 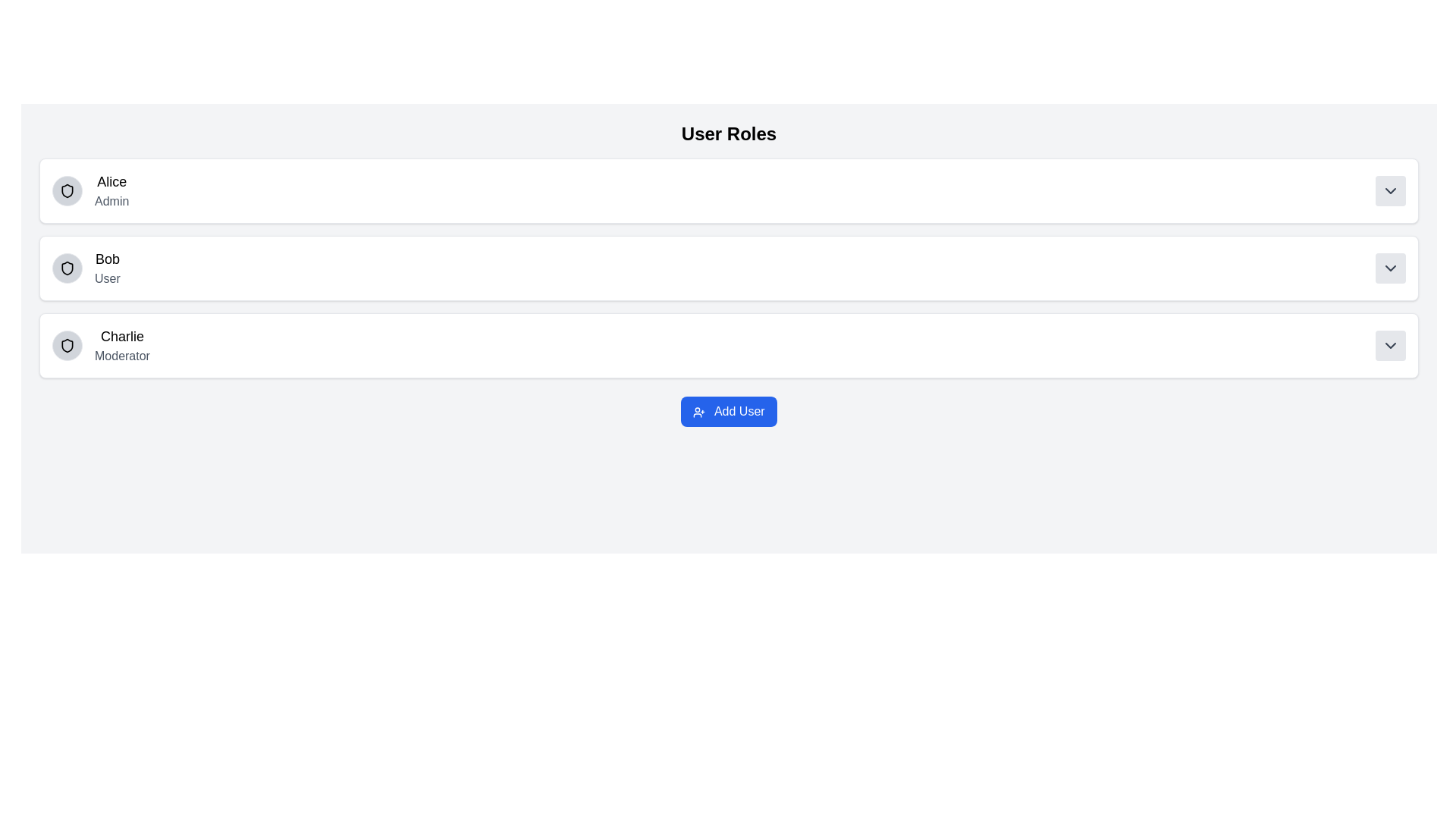 What do you see at coordinates (111, 201) in the screenshot?
I see `the text label indicating the user's role or designation, which is positioned below the text 'Alice' in the top-left area of the first user card` at bounding box center [111, 201].